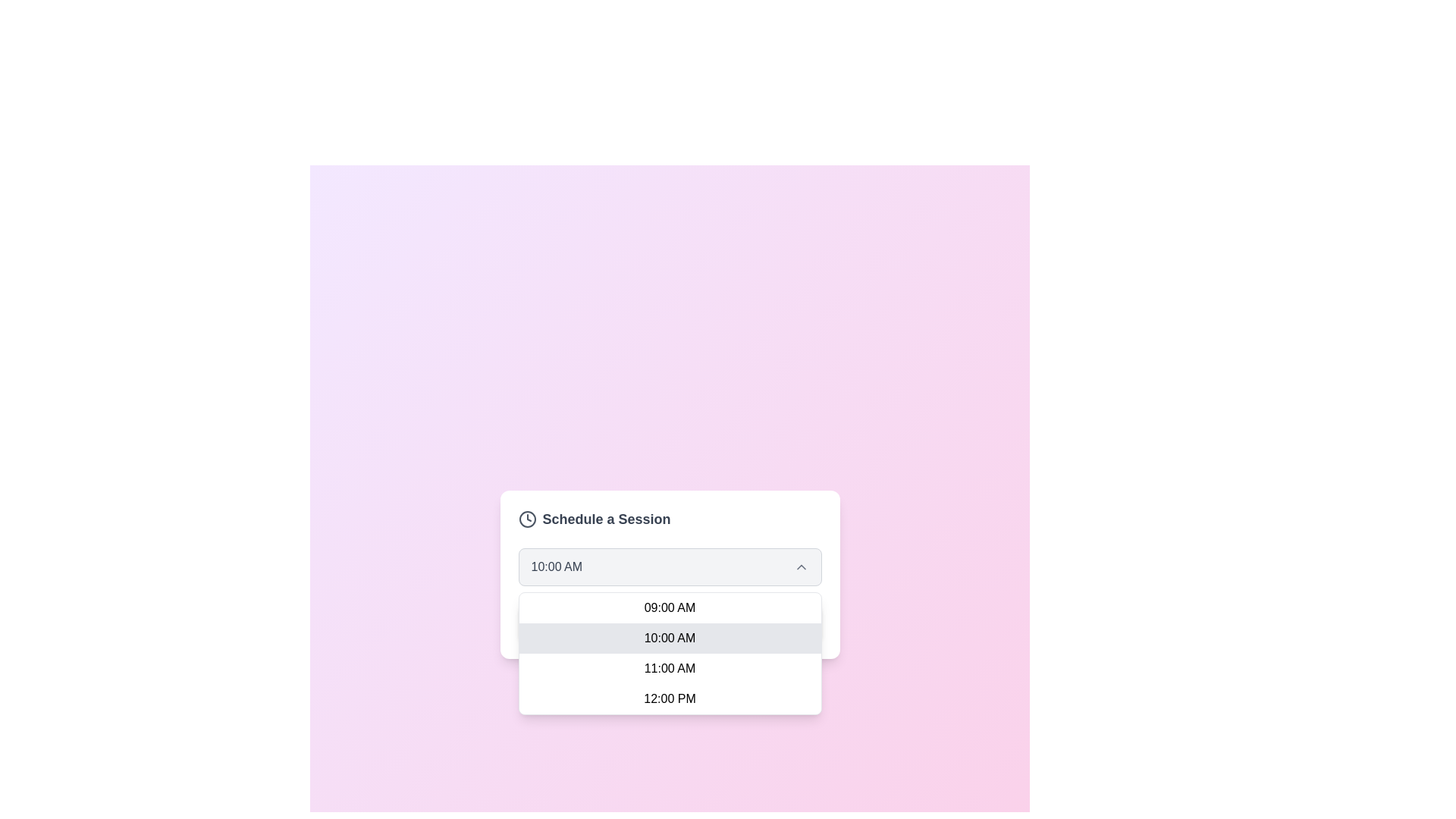  Describe the element at coordinates (669, 638) in the screenshot. I see `the dropdown list item displaying '10:00 AM'` at that location.